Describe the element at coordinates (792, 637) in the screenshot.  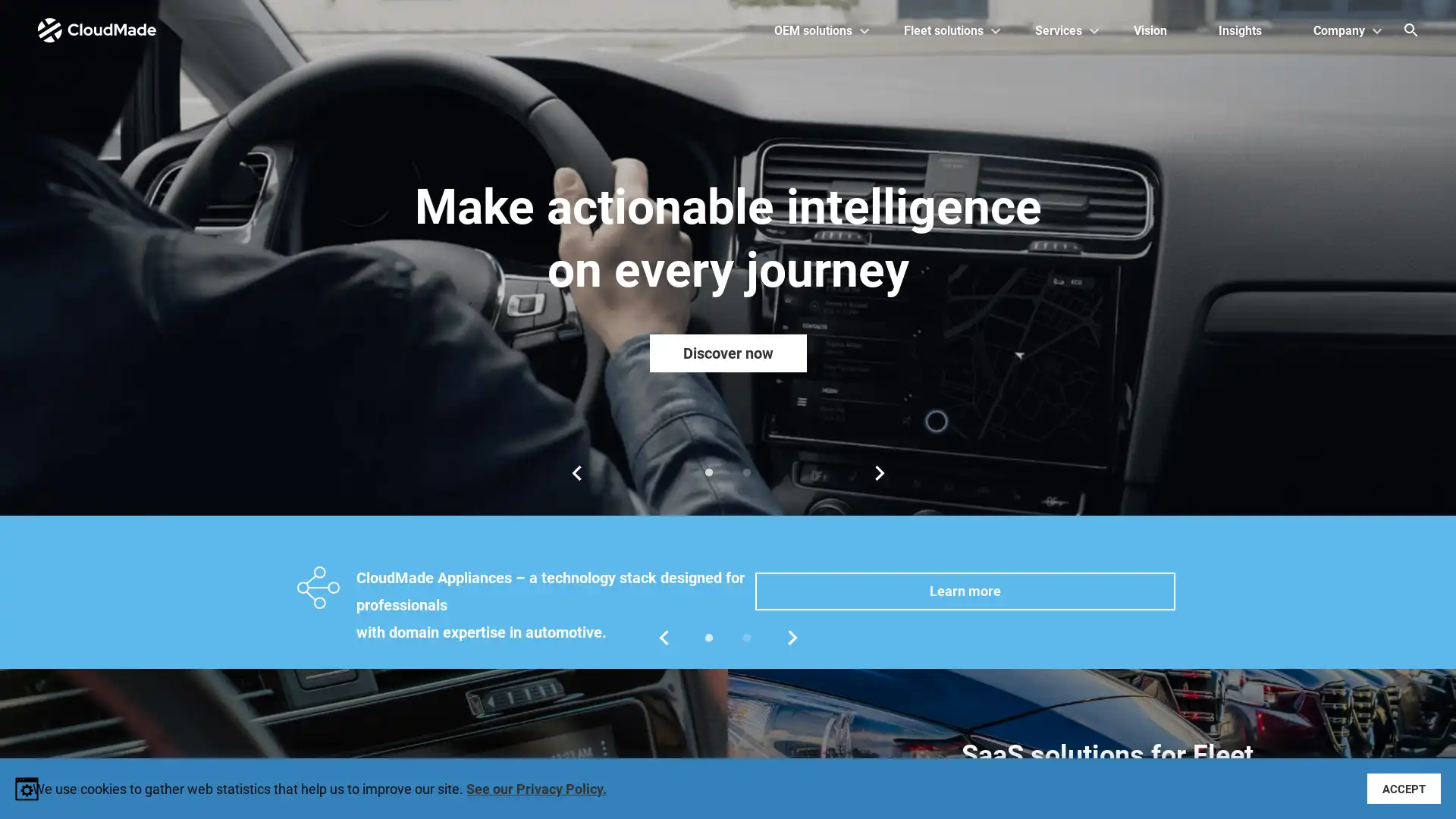
I see `Next` at that location.